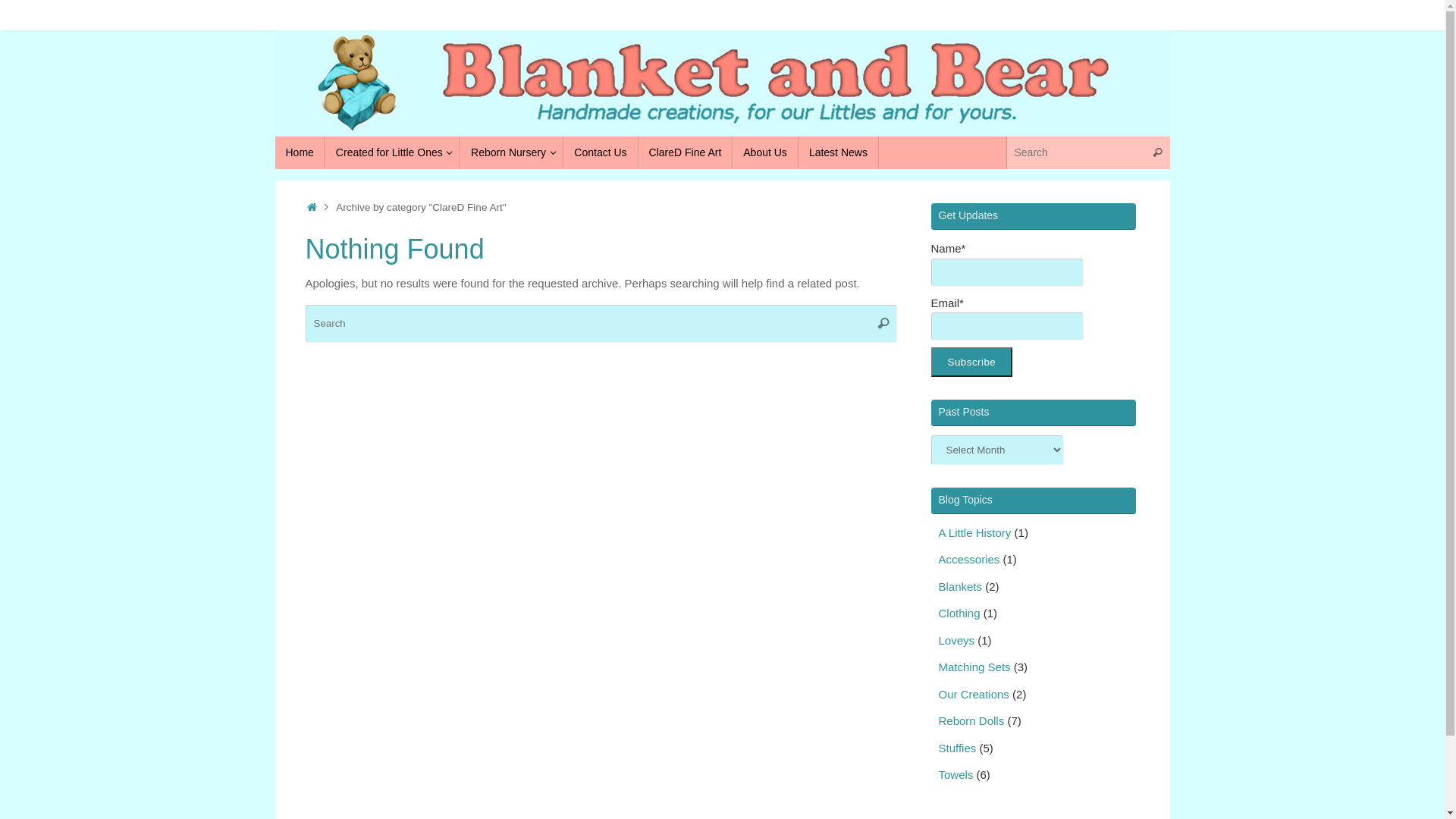 The height and width of the screenshot is (819, 1456). Describe the element at coordinates (837, 152) in the screenshot. I see `'Latest News'` at that location.